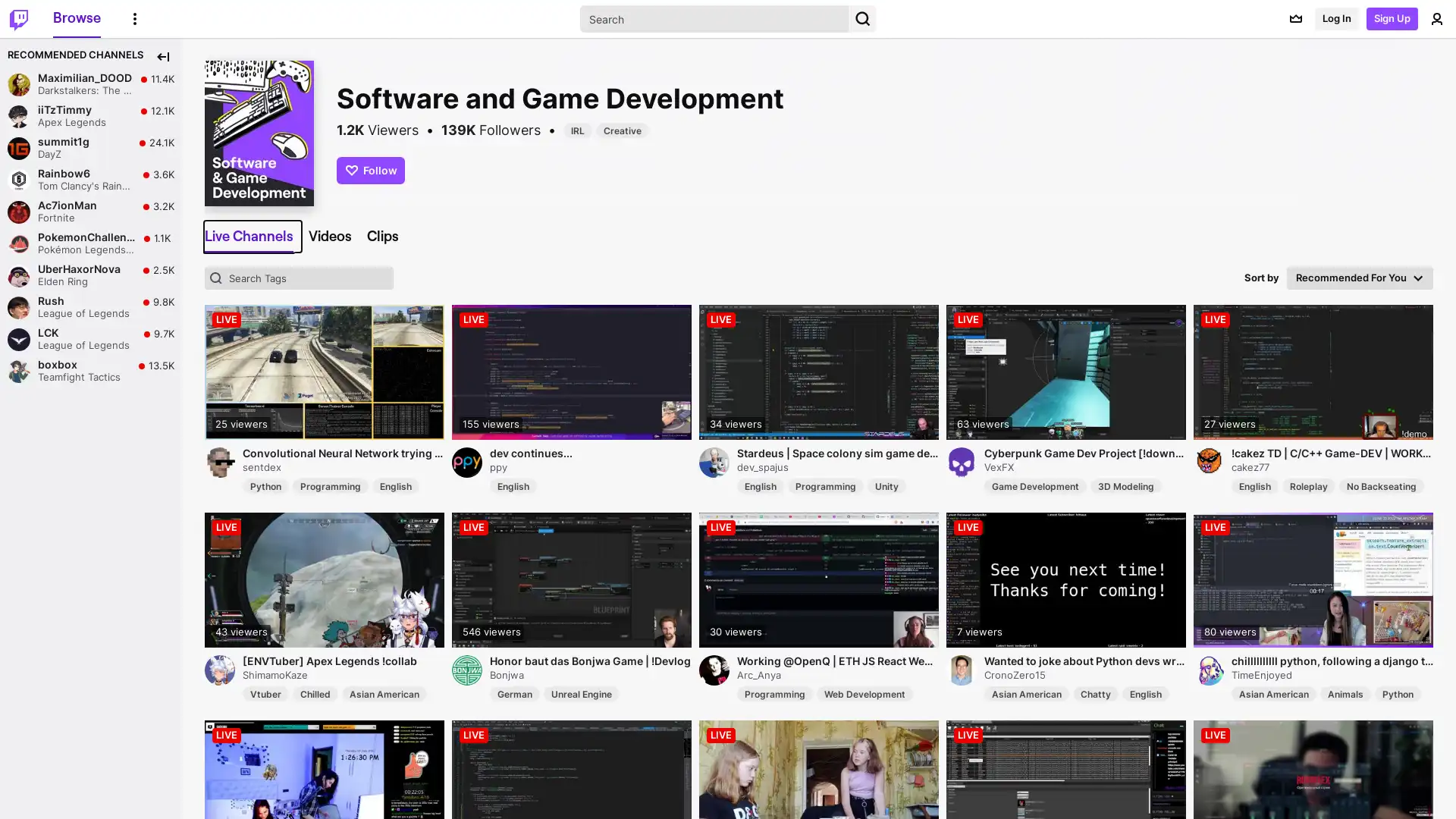  Describe the element at coordinates (1392, 18) in the screenshot. I see `Sign Up` at that location.